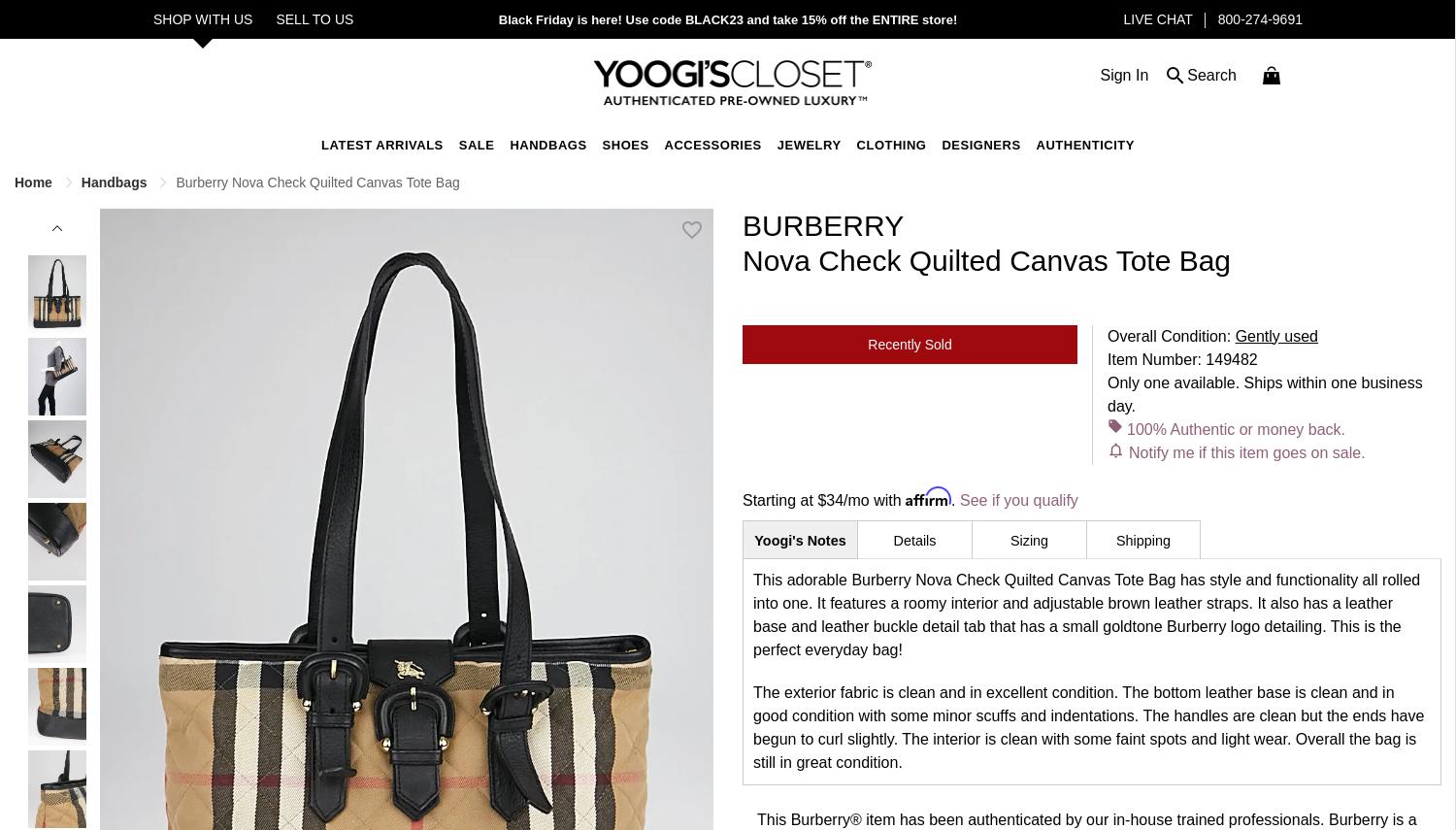 The width and height of the screenshot is (1456, 830). I want to click on 'home', so click(35, 180).